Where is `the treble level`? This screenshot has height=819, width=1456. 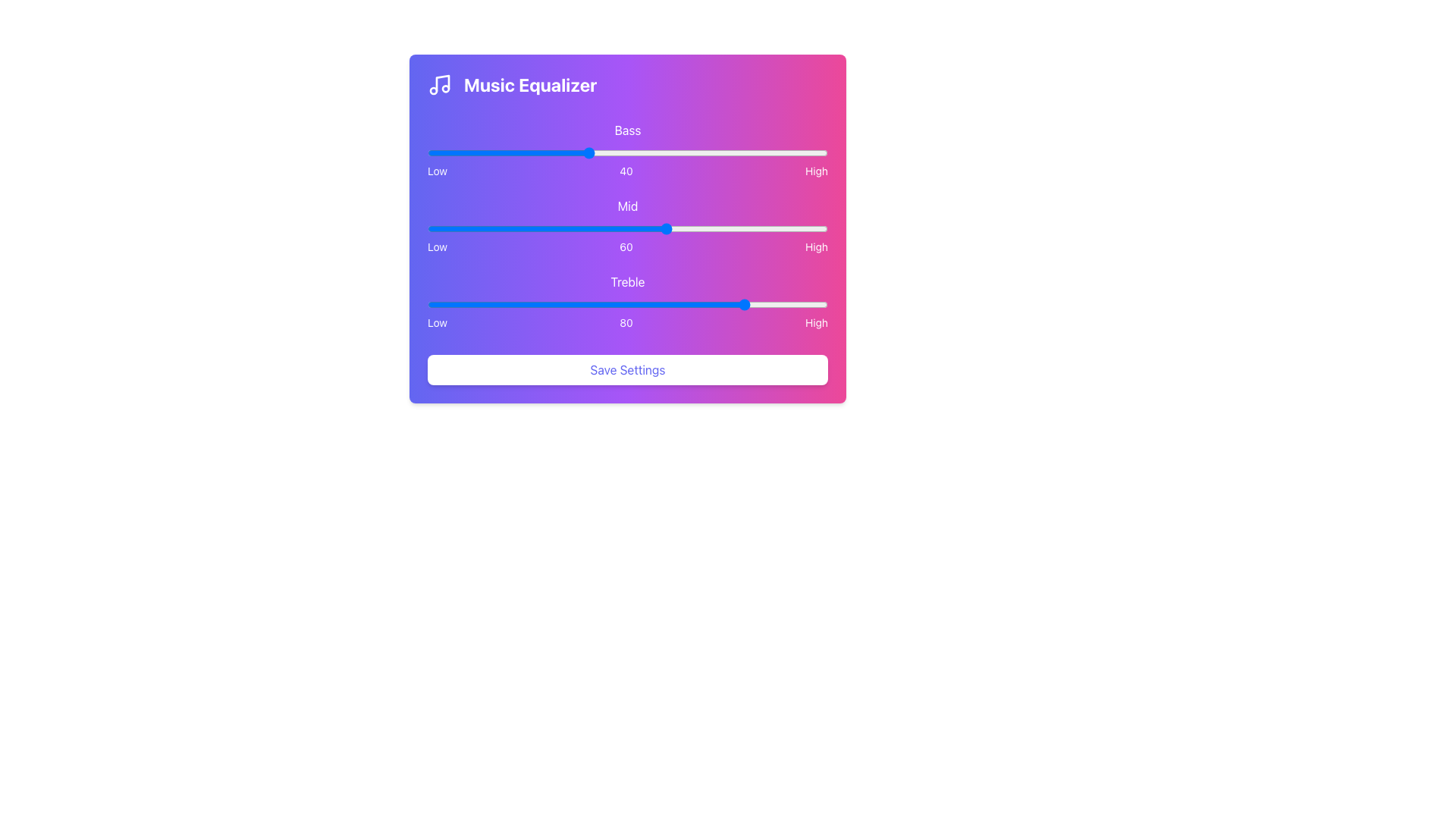
the treble level is located at coordinates (655, 304).